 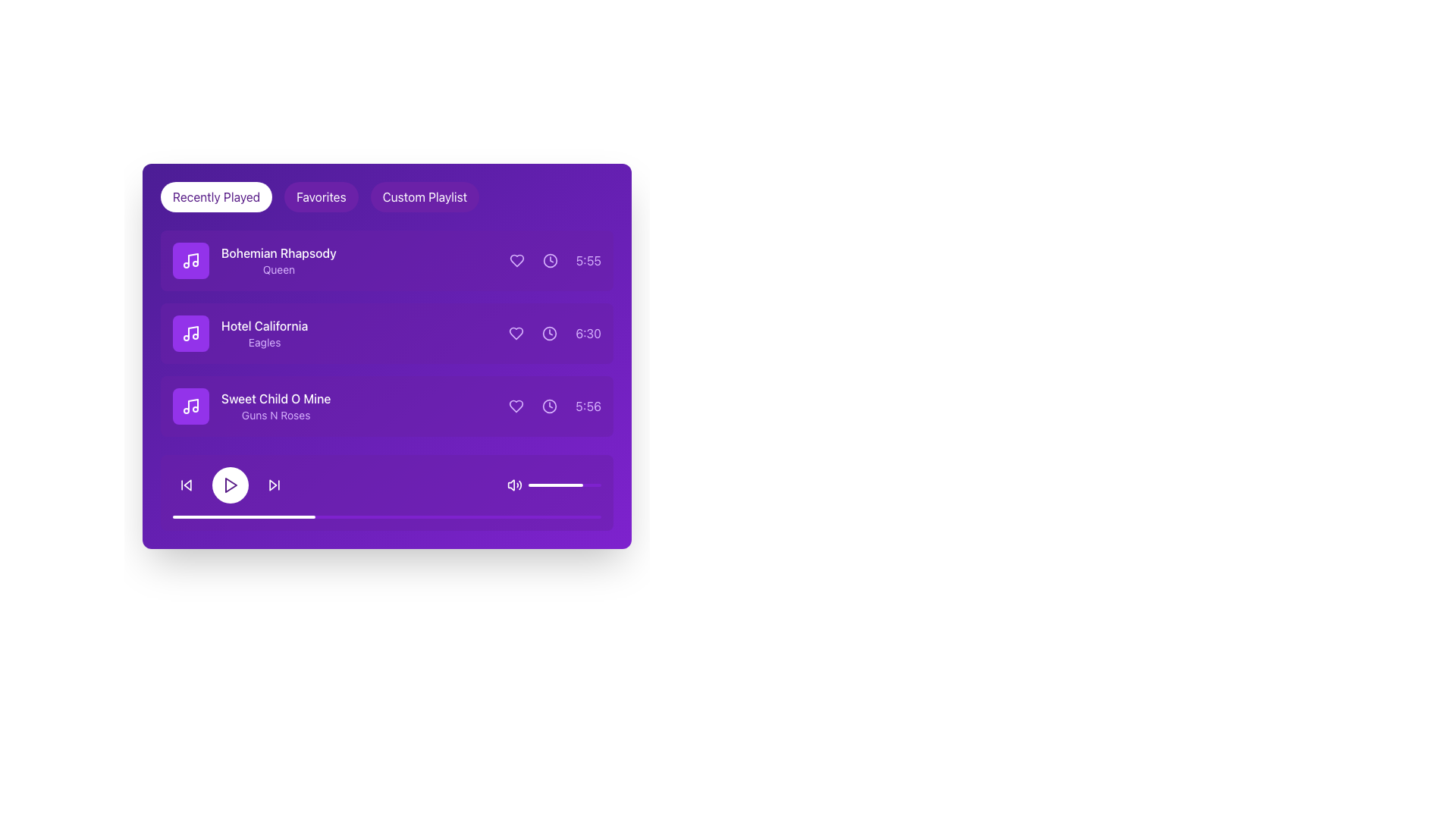 I want to click on the song label displaying 'Hotel California' by 'Eagles', so click(x=265, y=332).